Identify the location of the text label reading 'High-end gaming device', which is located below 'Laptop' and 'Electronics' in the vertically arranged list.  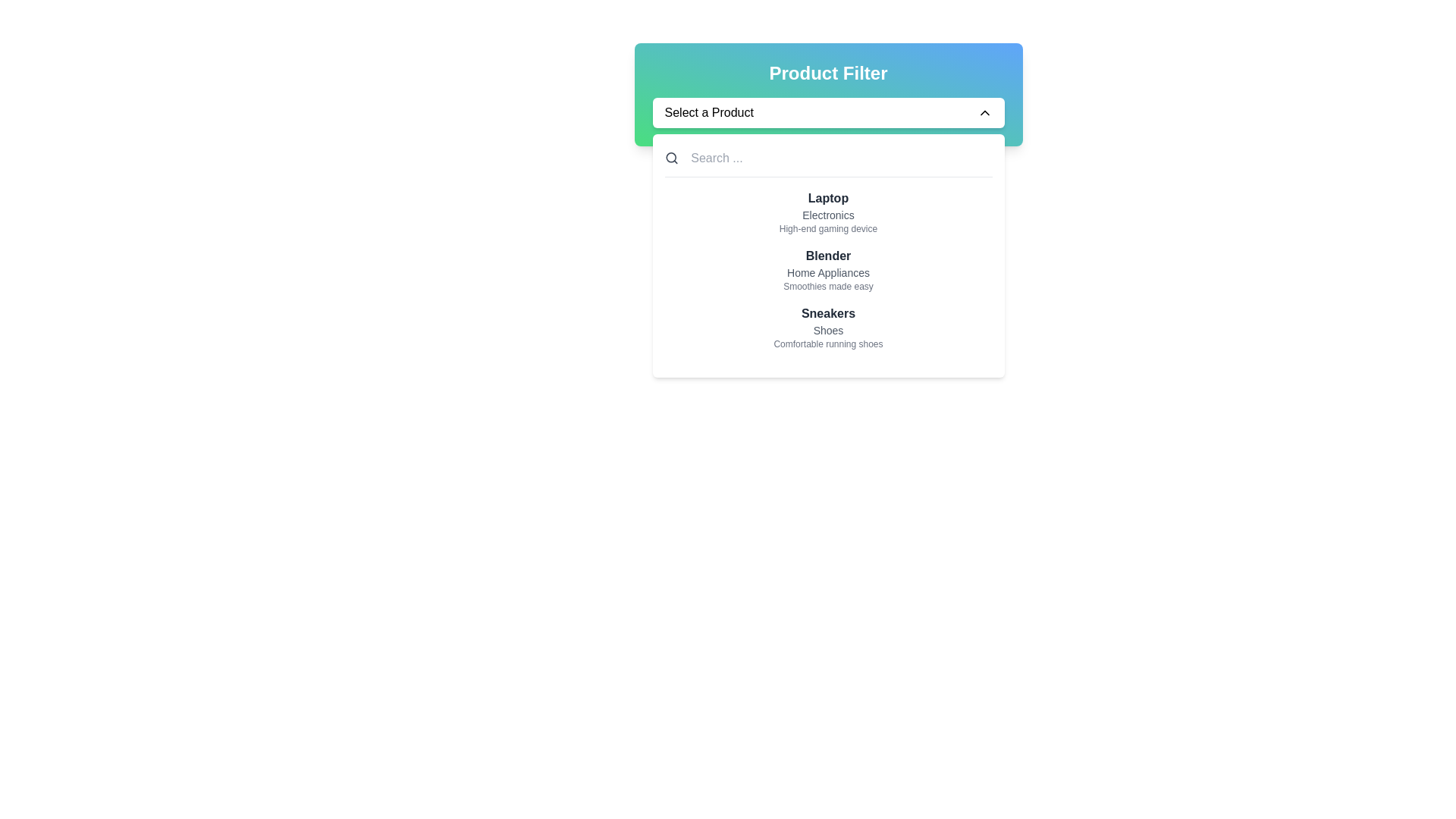
(827, 228).